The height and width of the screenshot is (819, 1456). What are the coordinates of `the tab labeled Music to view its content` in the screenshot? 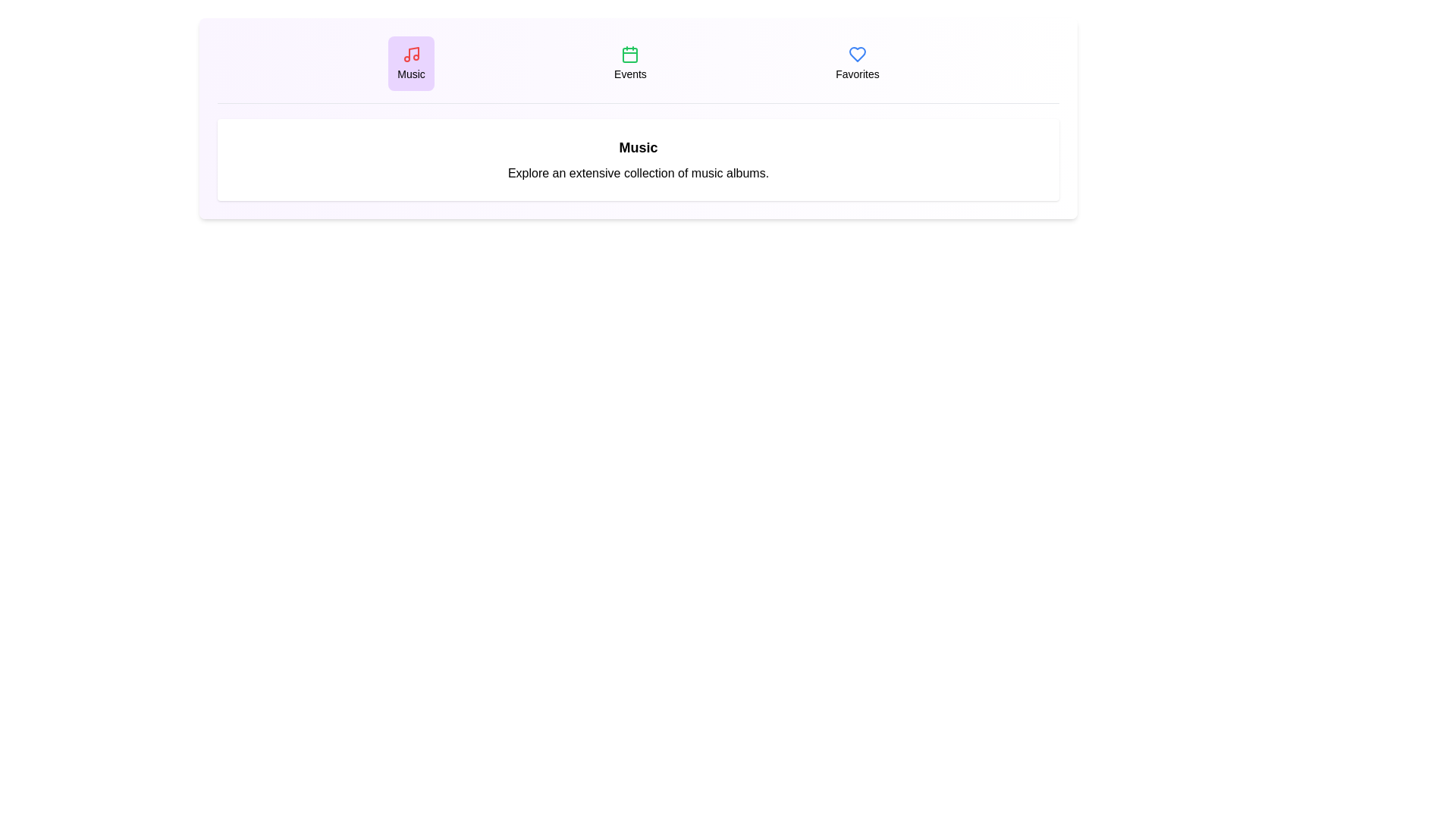 It's located at (411, 63).